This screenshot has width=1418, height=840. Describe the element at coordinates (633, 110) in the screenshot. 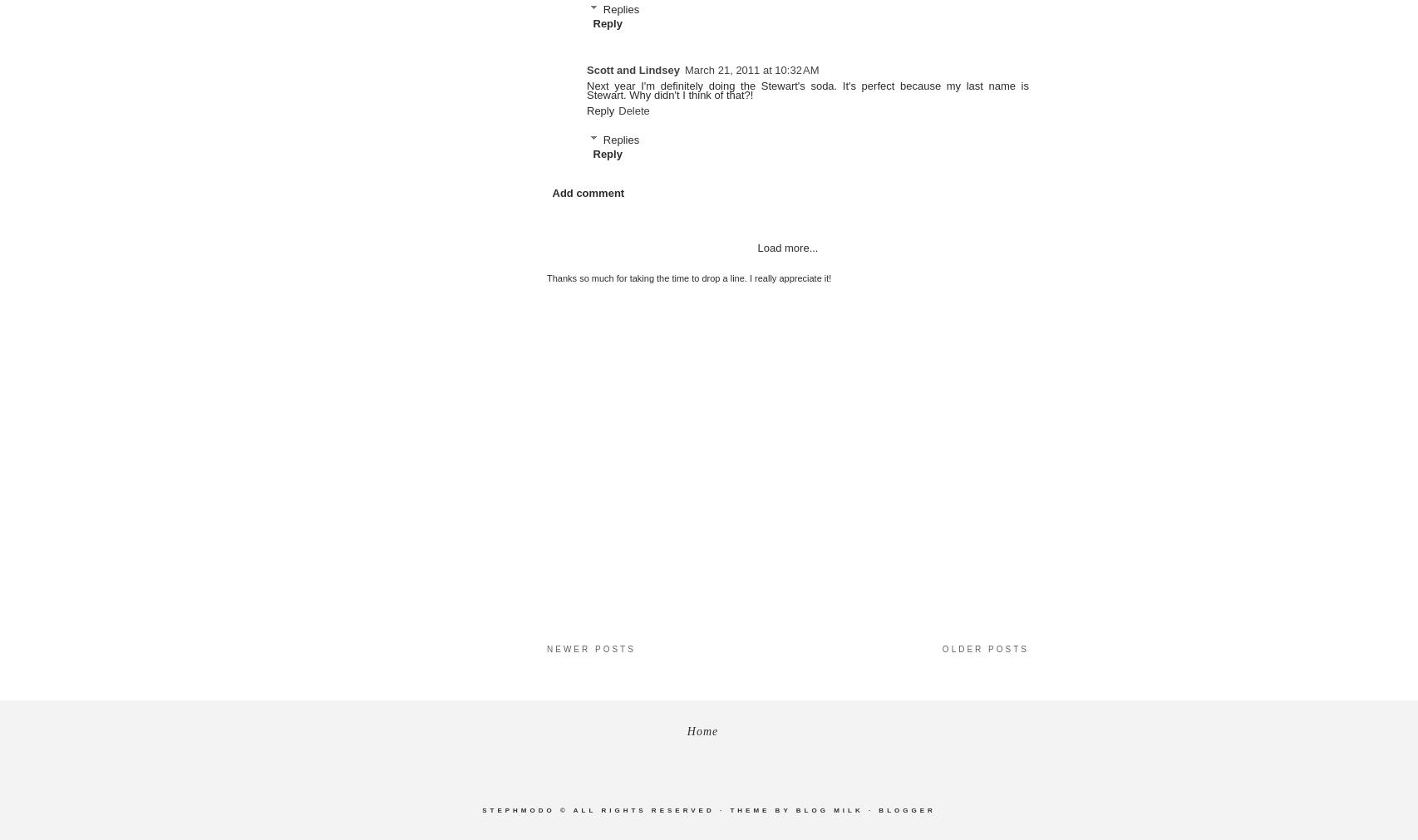

I see `'Delete'` at that location.